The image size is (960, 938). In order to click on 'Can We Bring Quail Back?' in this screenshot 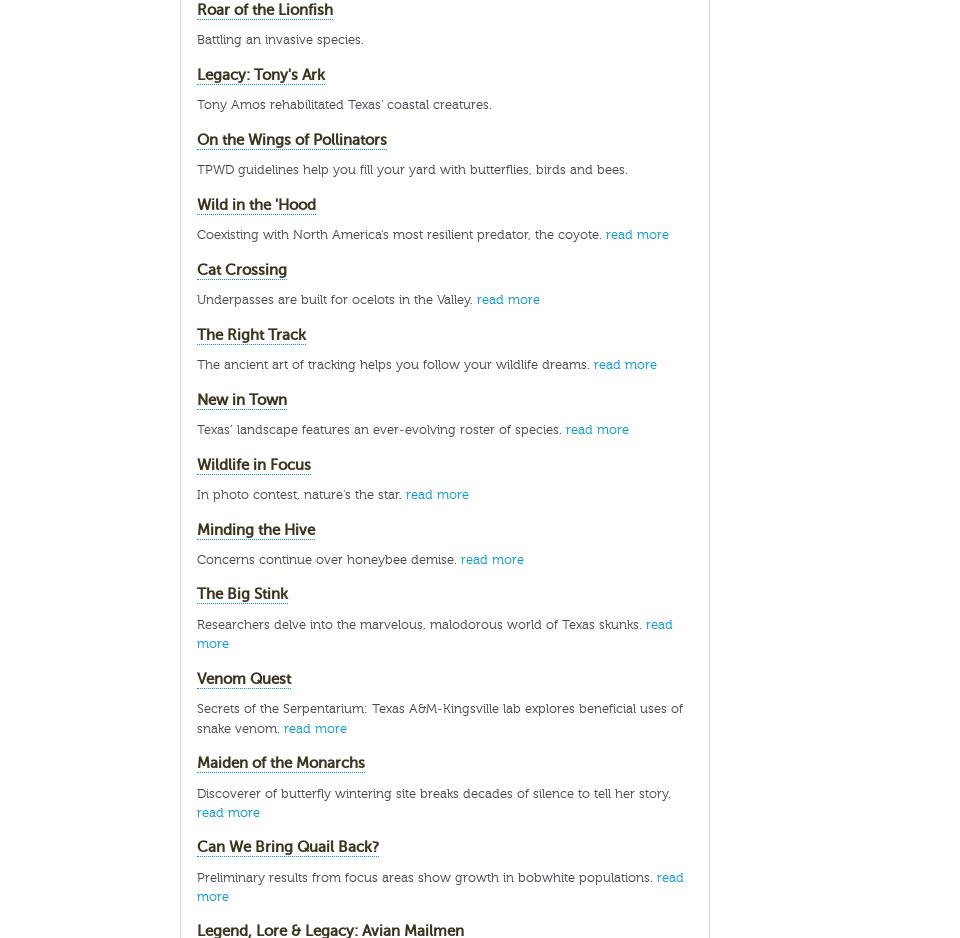, I will do `click(287, 846)`.